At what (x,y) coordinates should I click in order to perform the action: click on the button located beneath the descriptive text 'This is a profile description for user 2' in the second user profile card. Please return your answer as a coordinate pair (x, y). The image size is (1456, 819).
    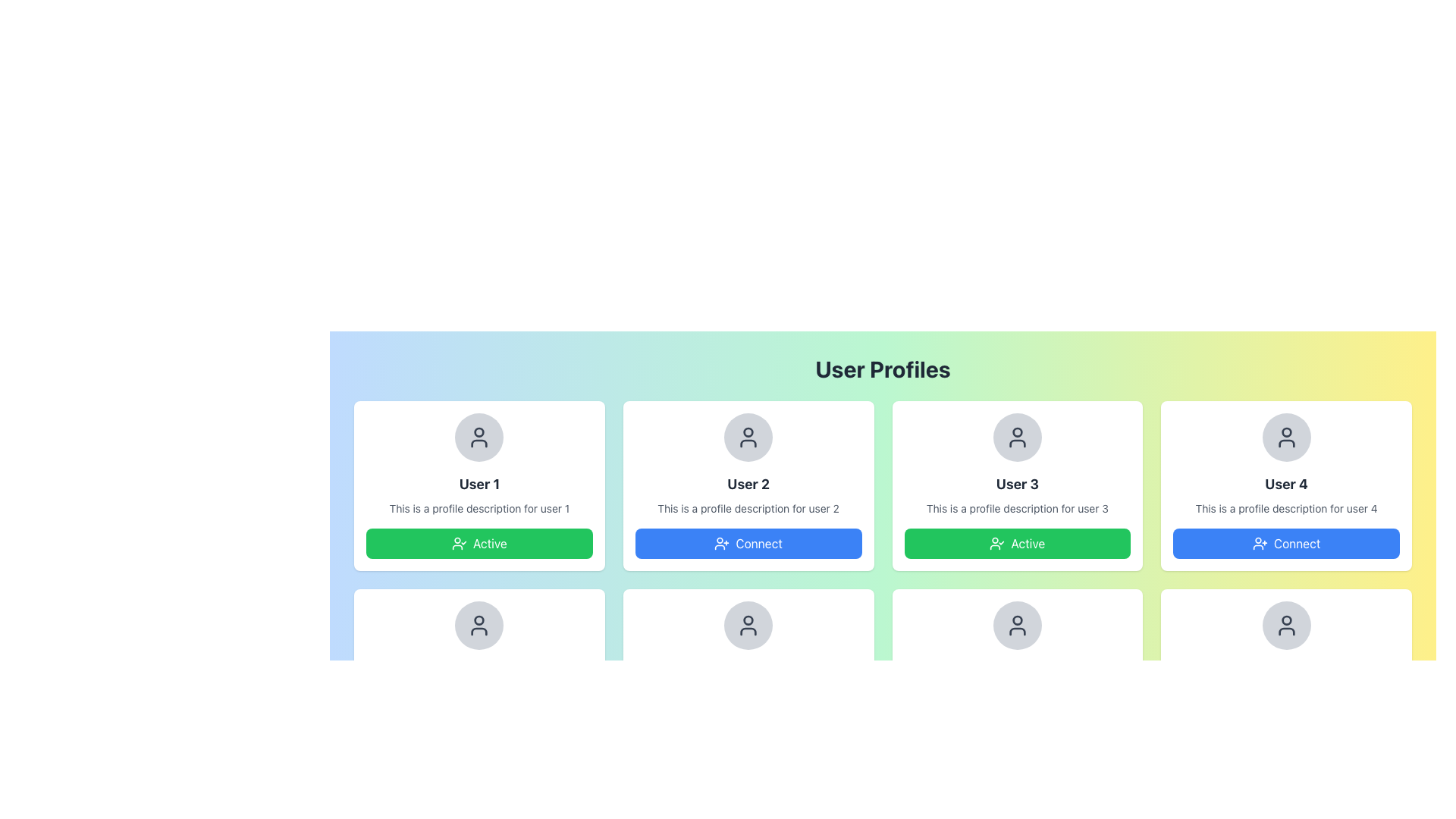
    Looking at the image, I should click on (748, 543).